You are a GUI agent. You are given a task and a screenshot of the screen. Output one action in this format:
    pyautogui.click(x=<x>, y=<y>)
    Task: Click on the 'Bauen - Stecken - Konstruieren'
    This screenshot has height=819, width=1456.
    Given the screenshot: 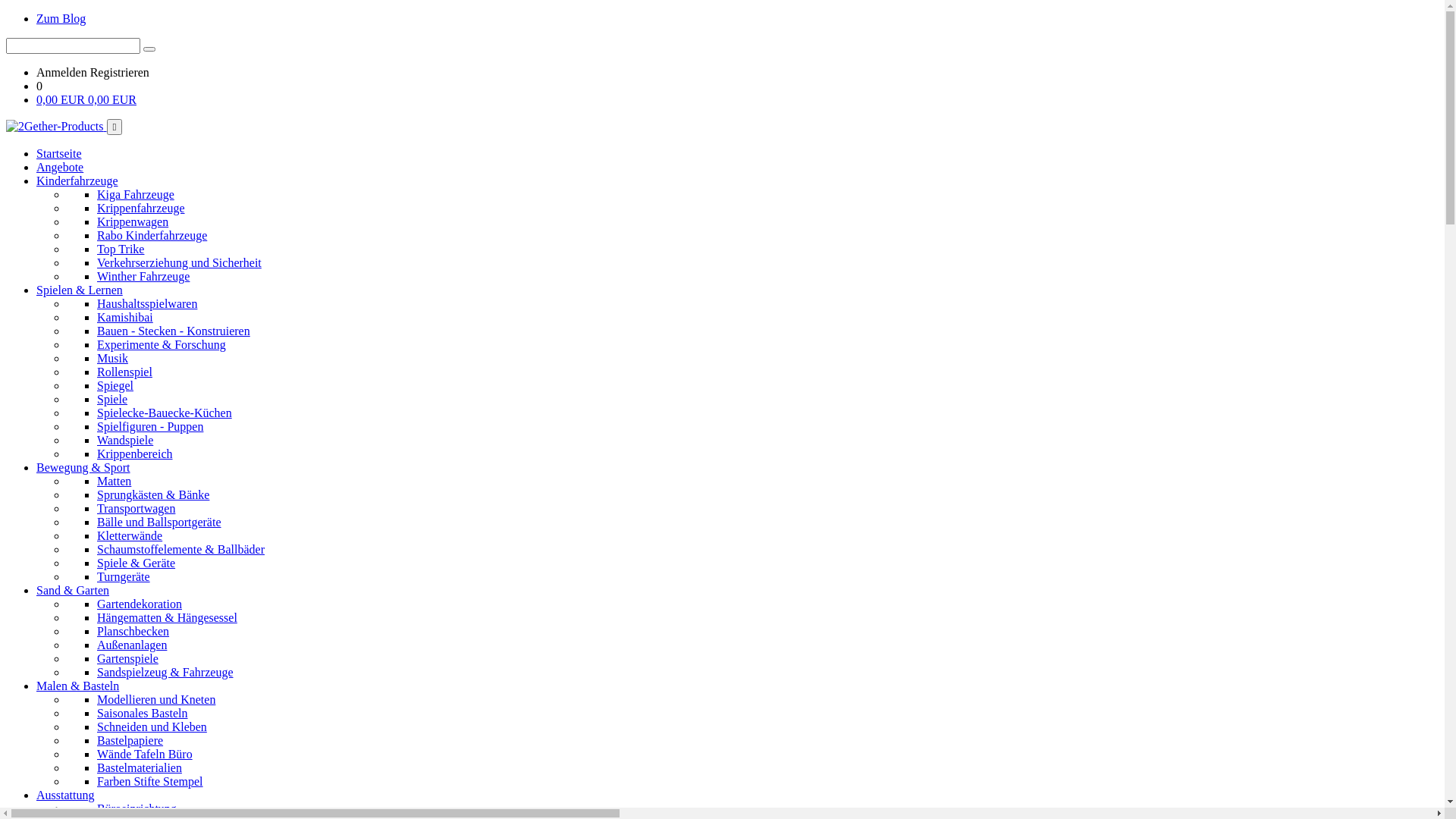 What is the action you would take?
    pyautogui.click(x=174, y=330)
    